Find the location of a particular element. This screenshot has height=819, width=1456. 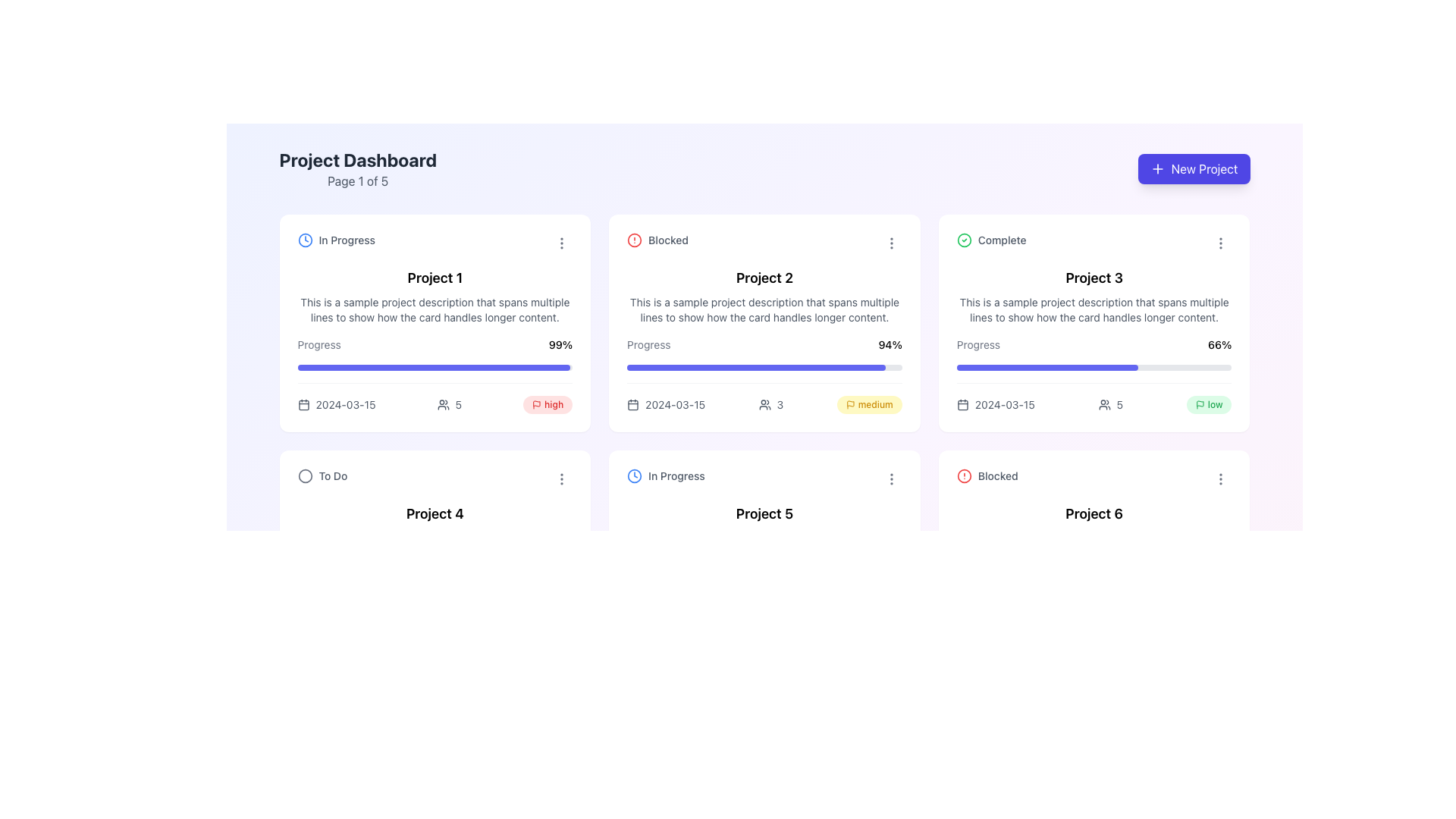

the Circular Visual Indicator located at the top-left corner of the 'Project 2' card next to the word 'Blocked' is located at coordinates (635, 239).